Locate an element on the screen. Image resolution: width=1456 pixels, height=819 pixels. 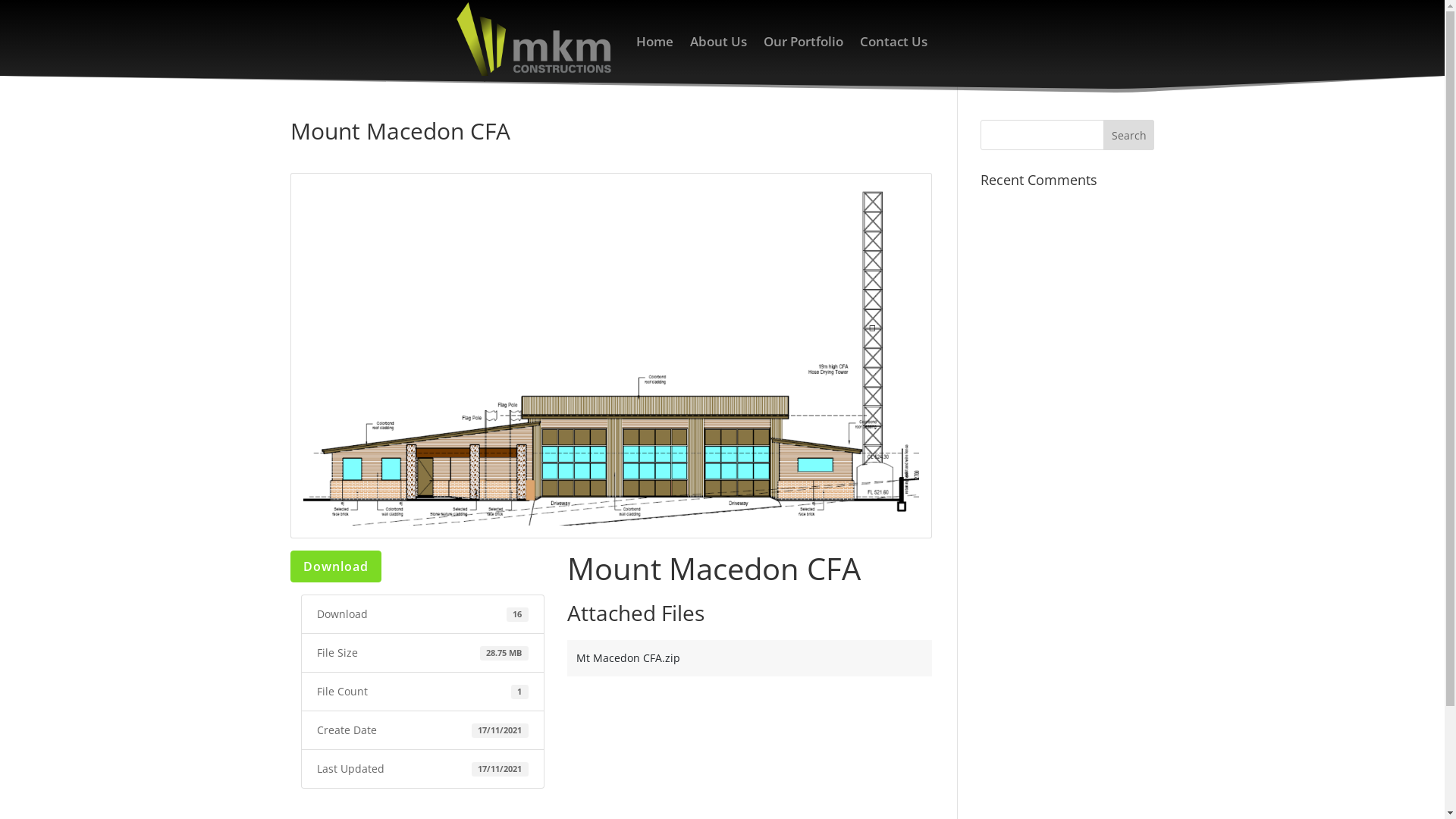
'Home' is located at coordinates (654, 41).